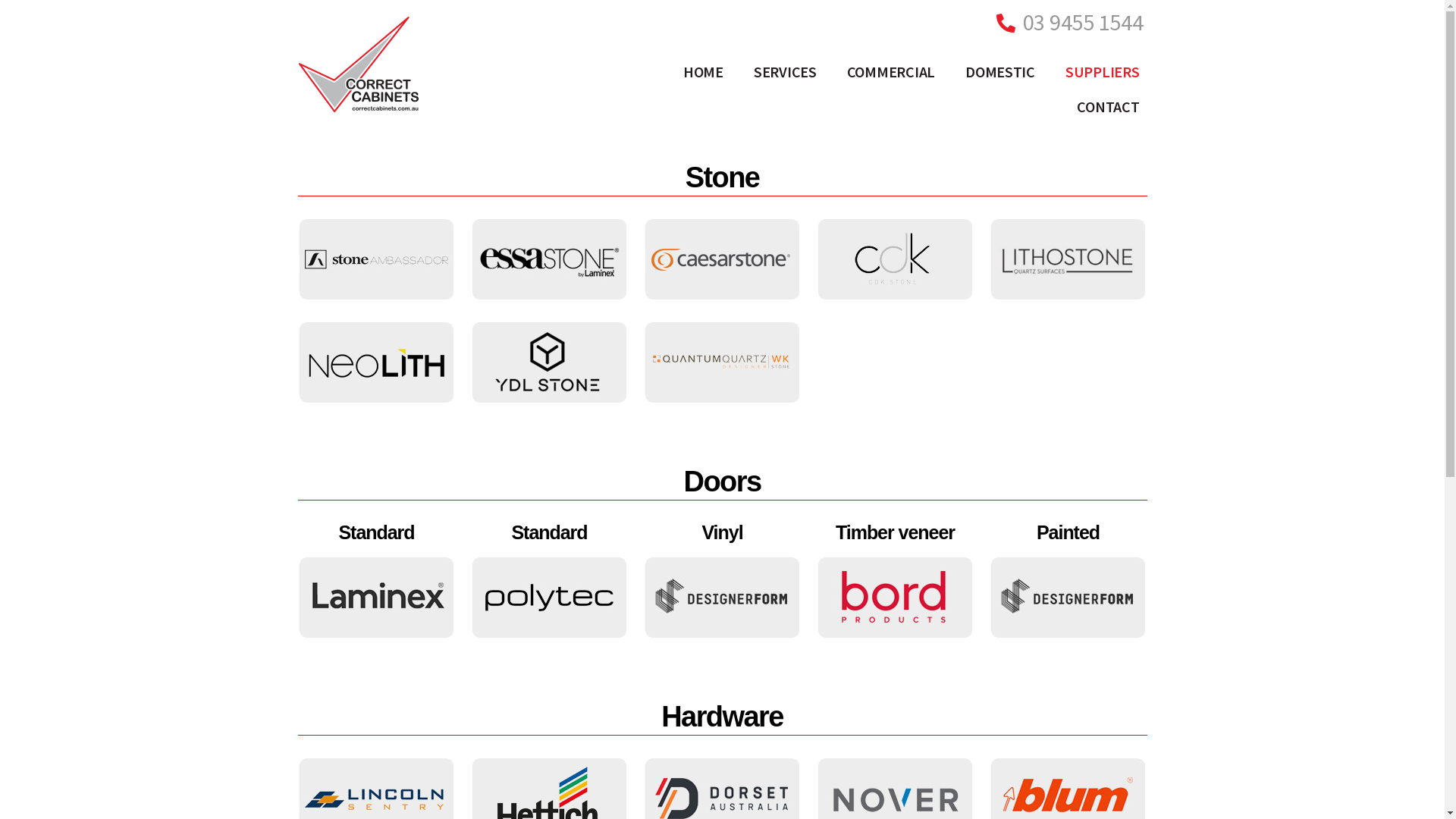 This screenshot has height=819, width=1456. What do you see at coordinates (1103, 72) in the screenshot?
I see `'SUPPLIERS'` at bounding box center [1103, 72].